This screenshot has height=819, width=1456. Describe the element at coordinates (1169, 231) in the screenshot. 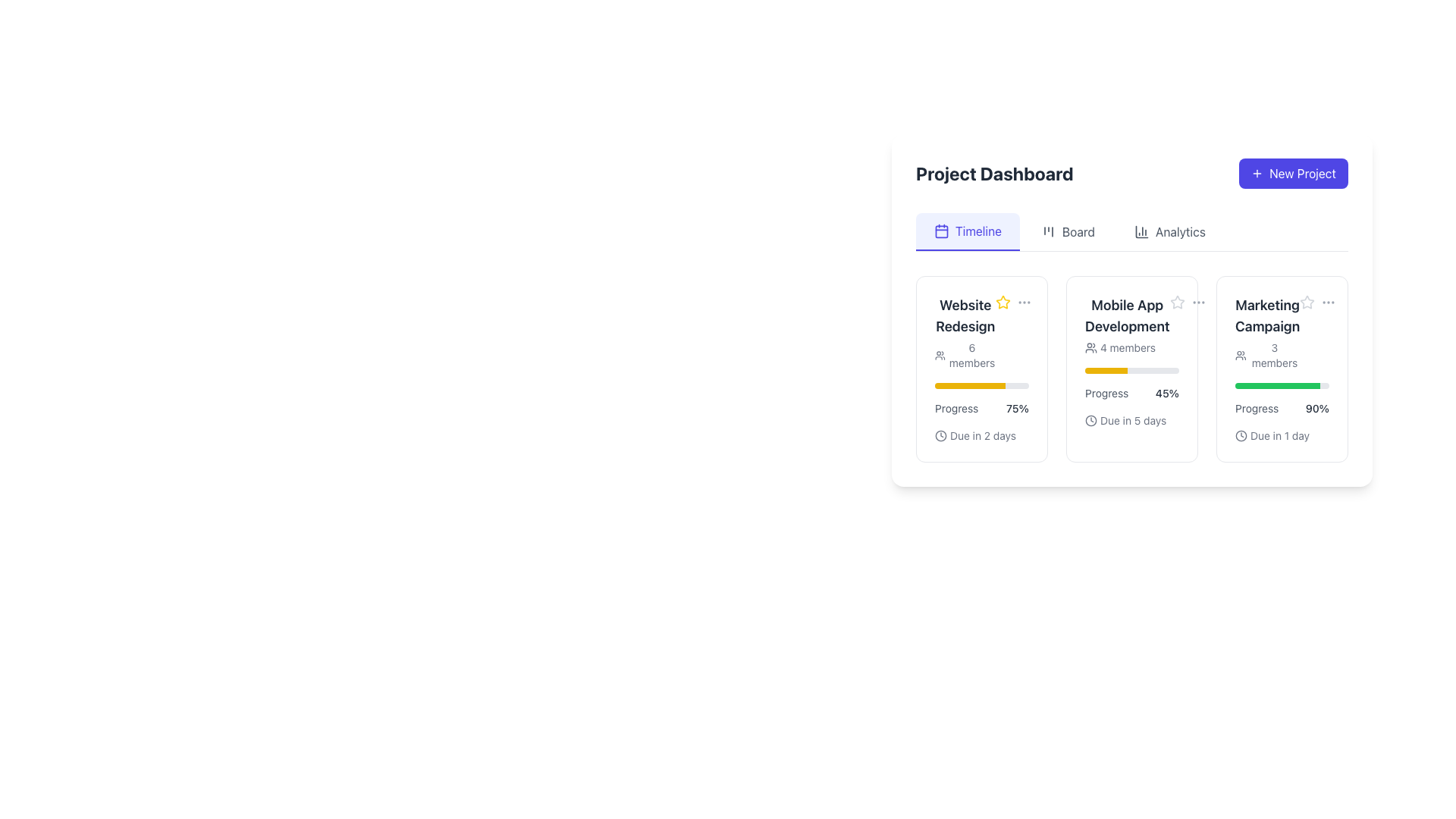

I see `the navigation button that directs to the 'Analytics' section, which is the third tab located between the 'Board' and 'Timeline' tabs` at that location.